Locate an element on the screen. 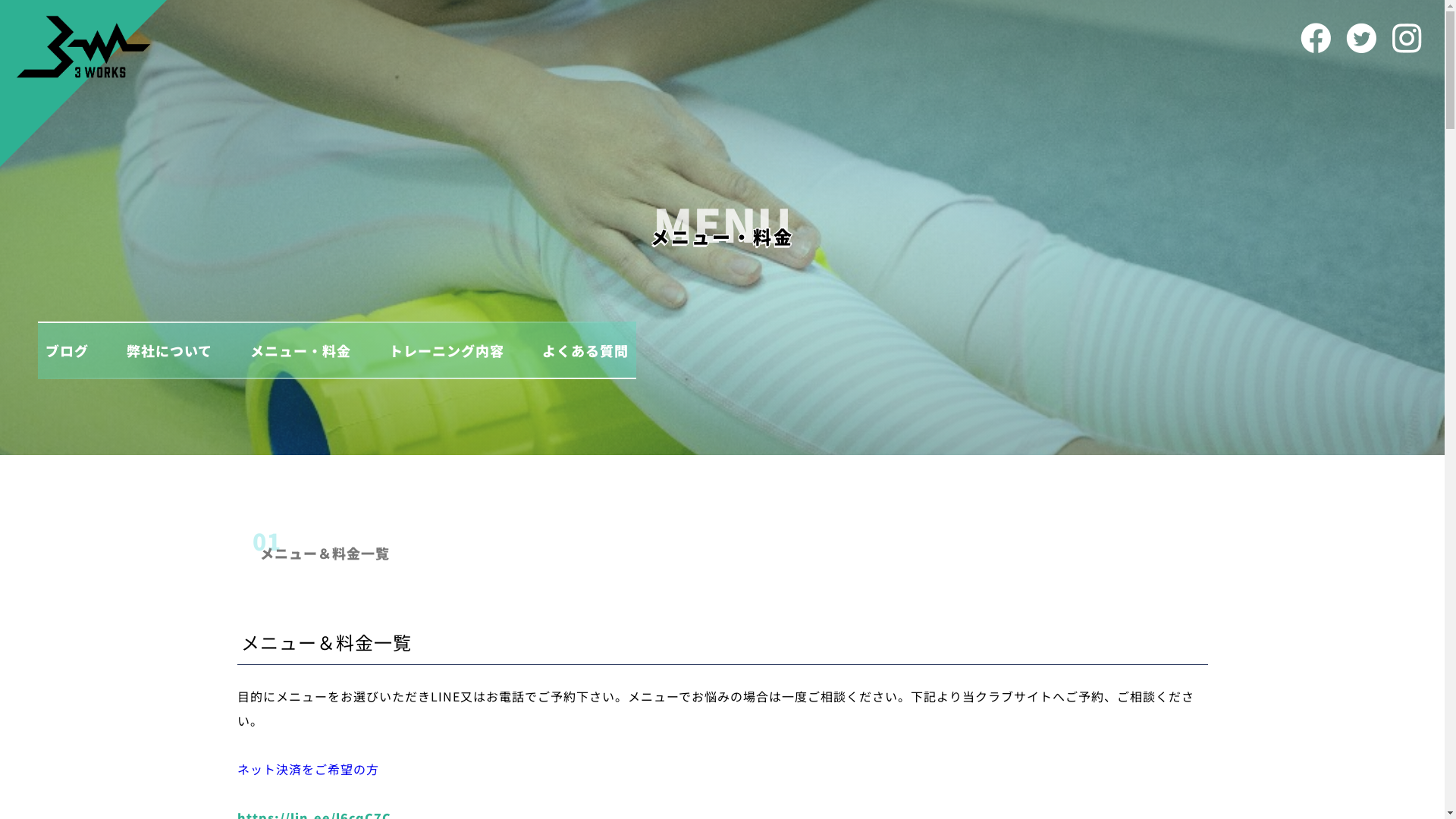 This screenshot has height=819, width=1456. 'Instagram' is located at coordinates (1405, 37).